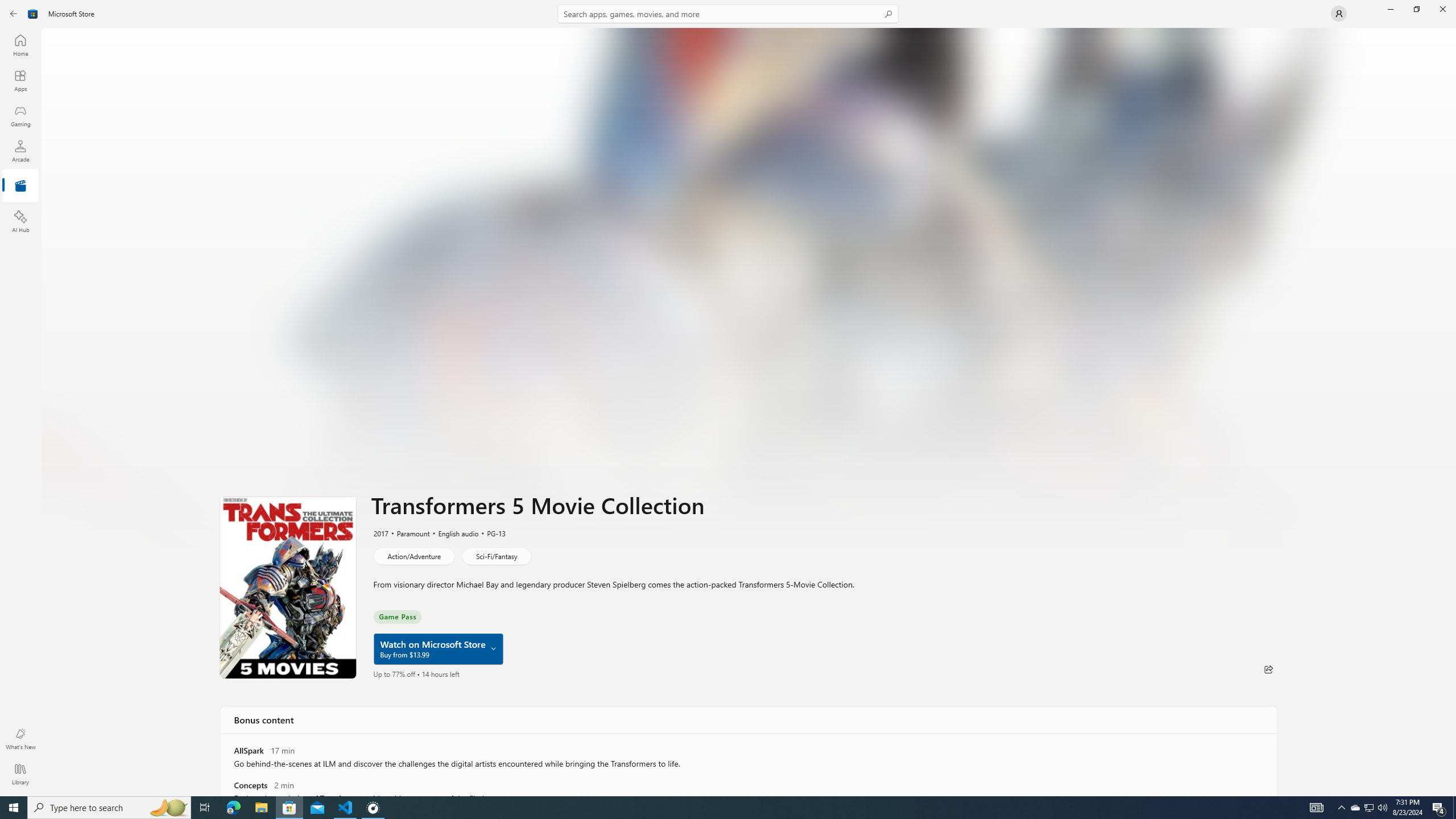  I want to click on 'English audio', so click(453, 533).